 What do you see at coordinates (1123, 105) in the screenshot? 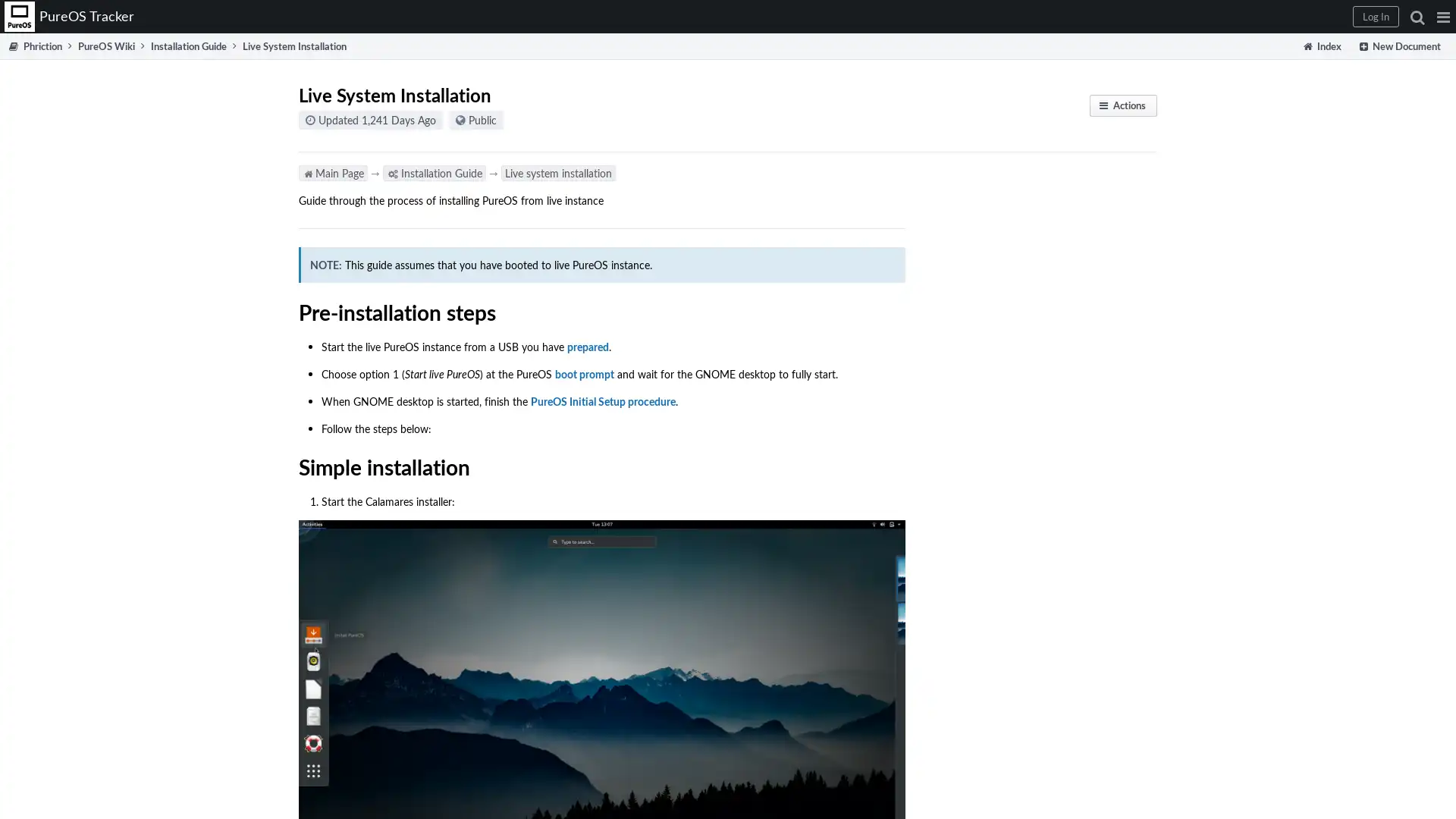
I see `Actions` at bounding box center [1123, 105].